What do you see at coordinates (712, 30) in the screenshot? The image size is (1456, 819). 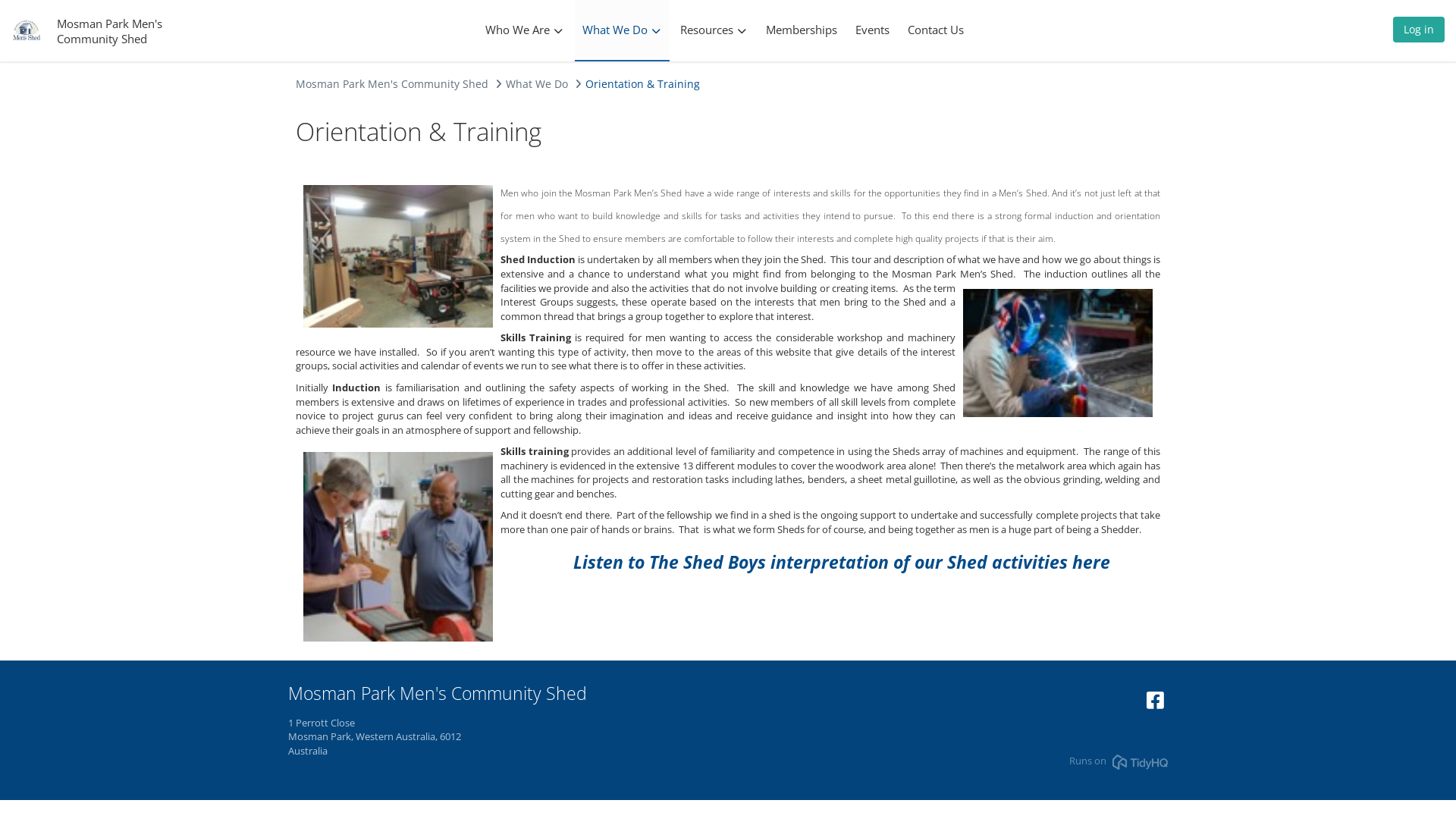 I see `'Resources'` at bounding box center [712, 30].